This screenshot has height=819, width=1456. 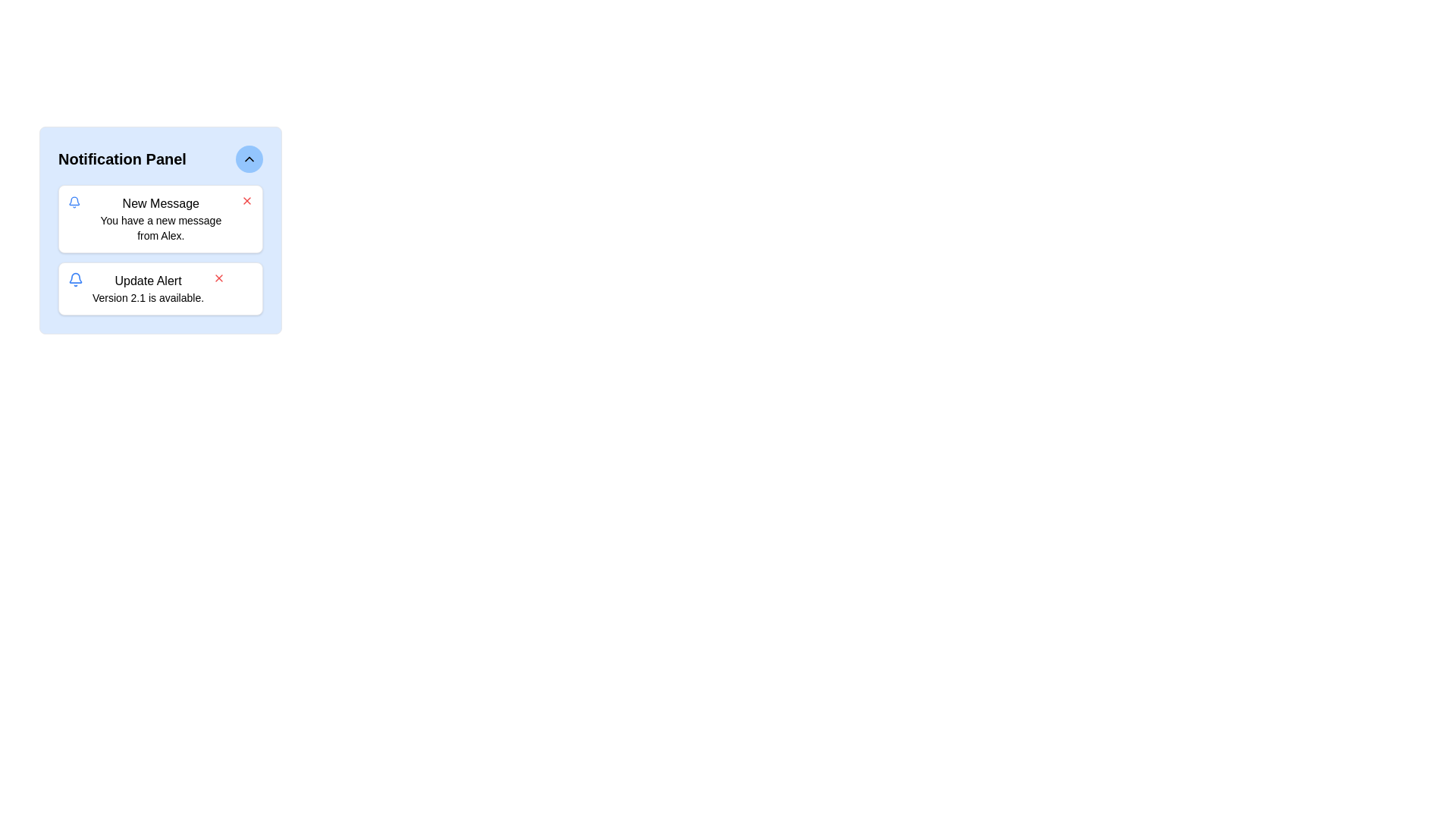 I want to click on text from the notification message labeled 'You have a new message from Alex.' located within the 'New Message' notification card, so click(x=161, y=227).